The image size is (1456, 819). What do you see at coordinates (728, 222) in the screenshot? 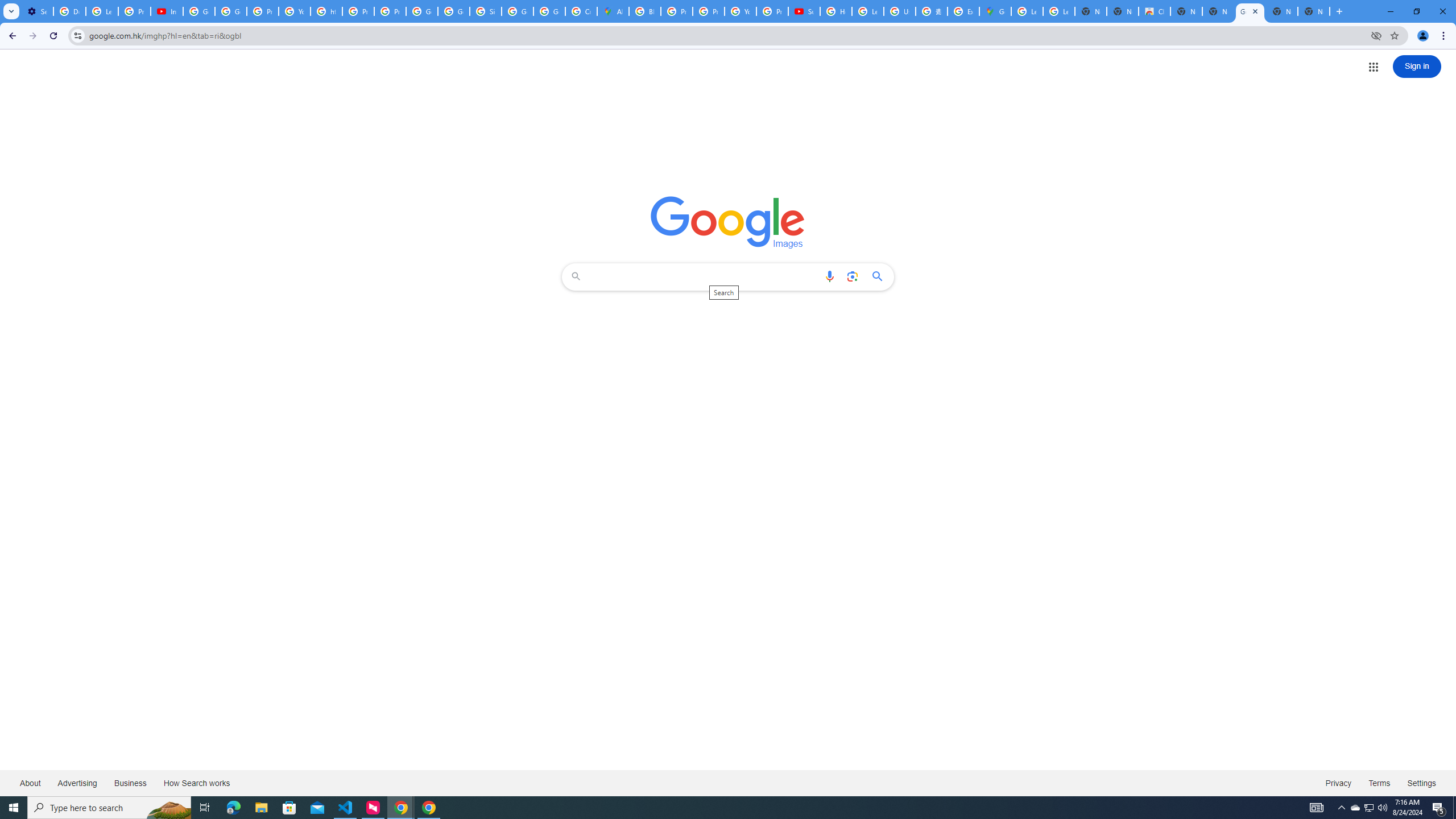
I see `'Google Images'` at bounding box center [728, 222].